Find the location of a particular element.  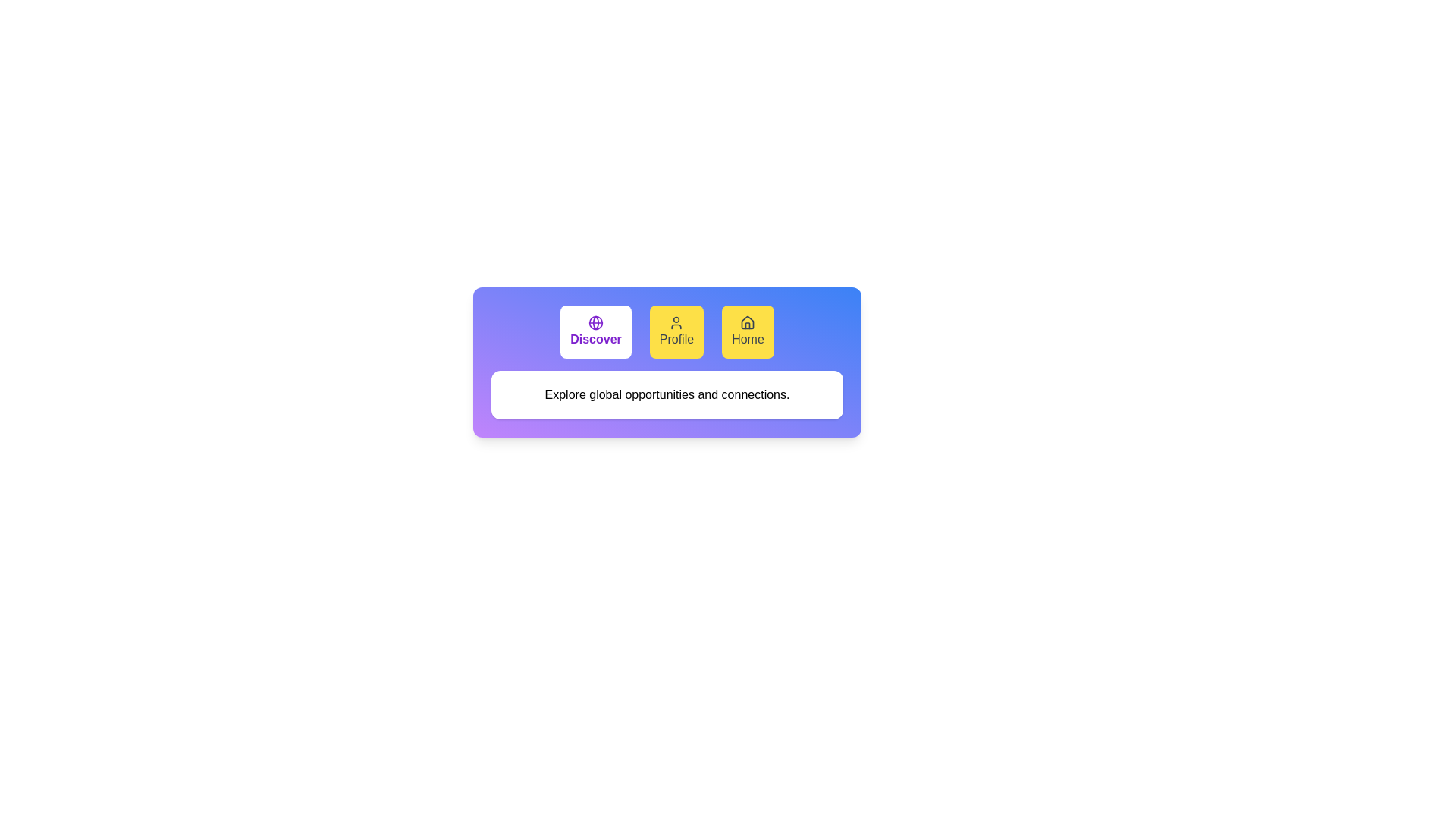

the 'Profile' button, which contains a circular icon resembling a user silhouette against a yellow background is located at coordinates (676, 322).